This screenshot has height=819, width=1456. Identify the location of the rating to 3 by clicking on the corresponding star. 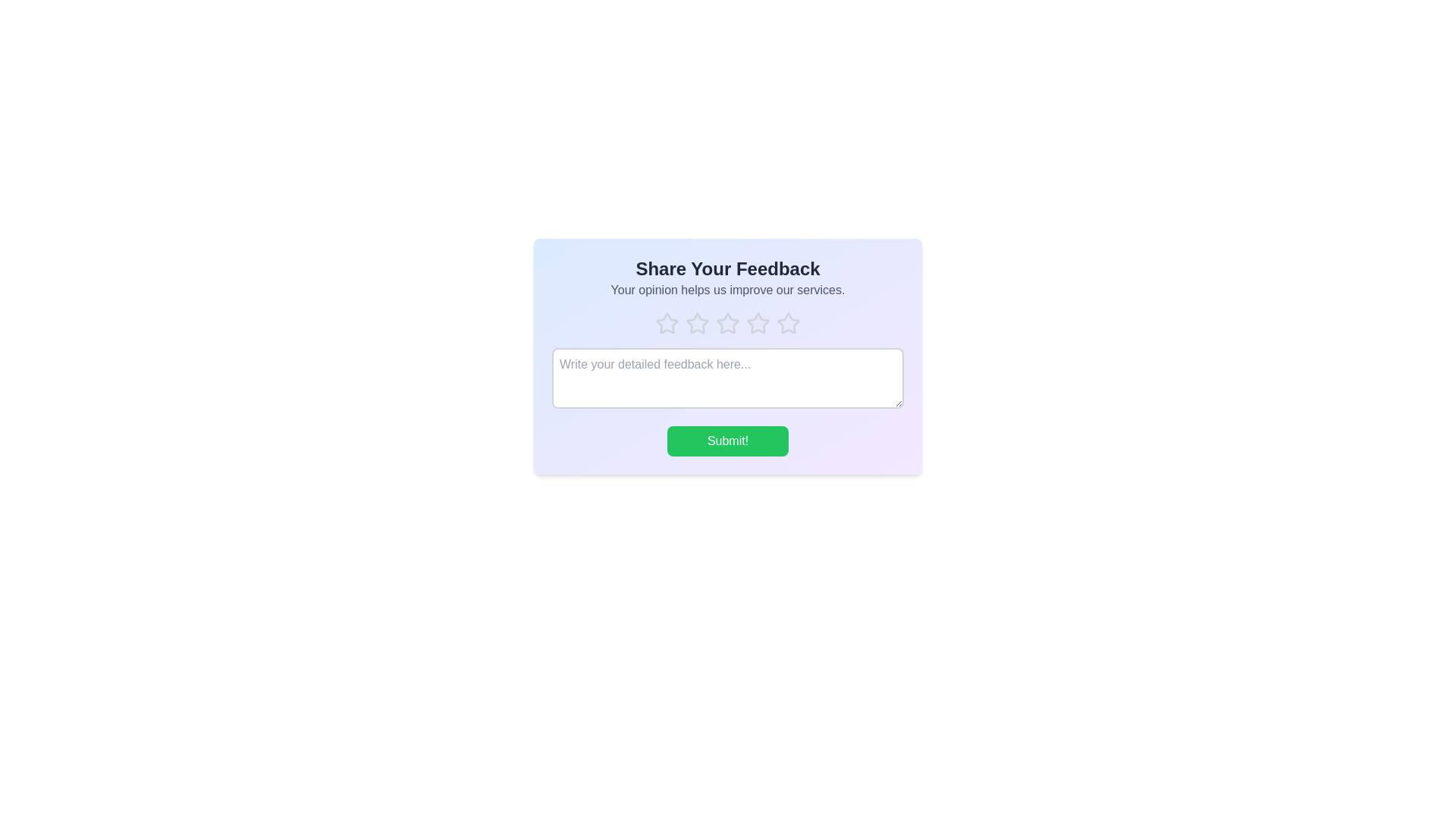
(728, 323).